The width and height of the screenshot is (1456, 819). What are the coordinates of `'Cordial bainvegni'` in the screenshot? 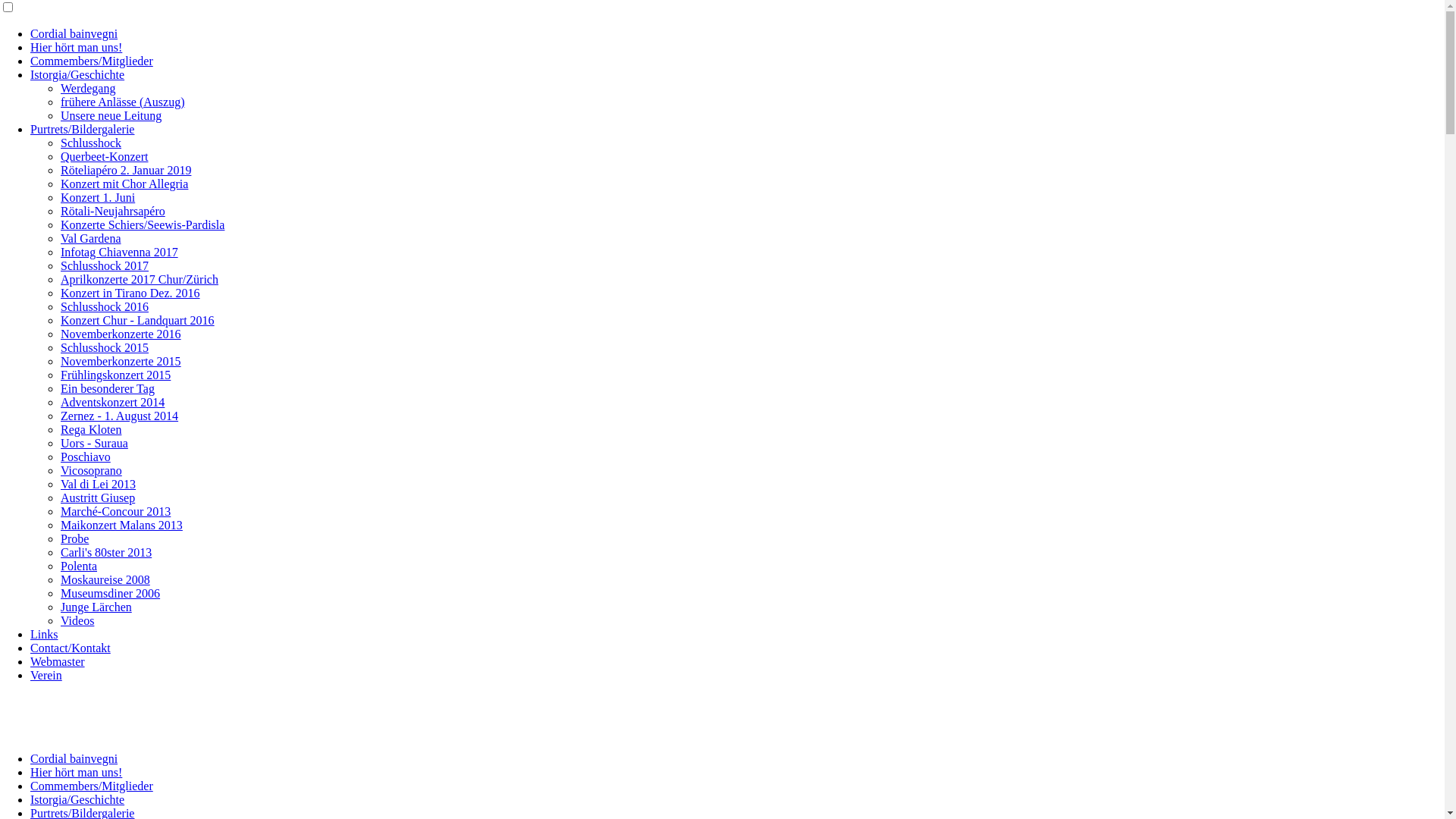 It's located at (73, 758).